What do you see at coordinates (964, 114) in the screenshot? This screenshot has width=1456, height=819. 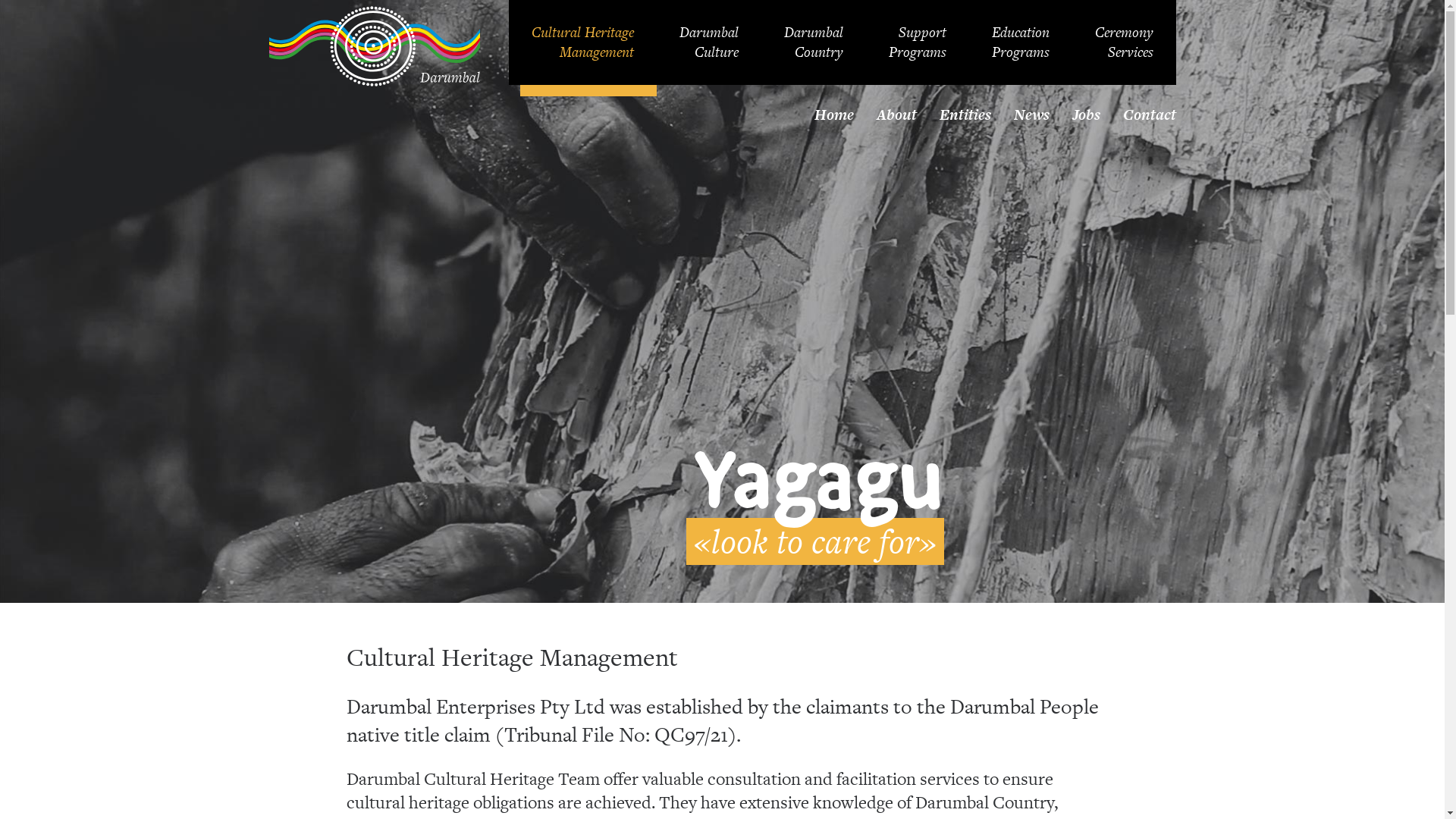 I see `'Entities'` at bounding box center [964, 114].